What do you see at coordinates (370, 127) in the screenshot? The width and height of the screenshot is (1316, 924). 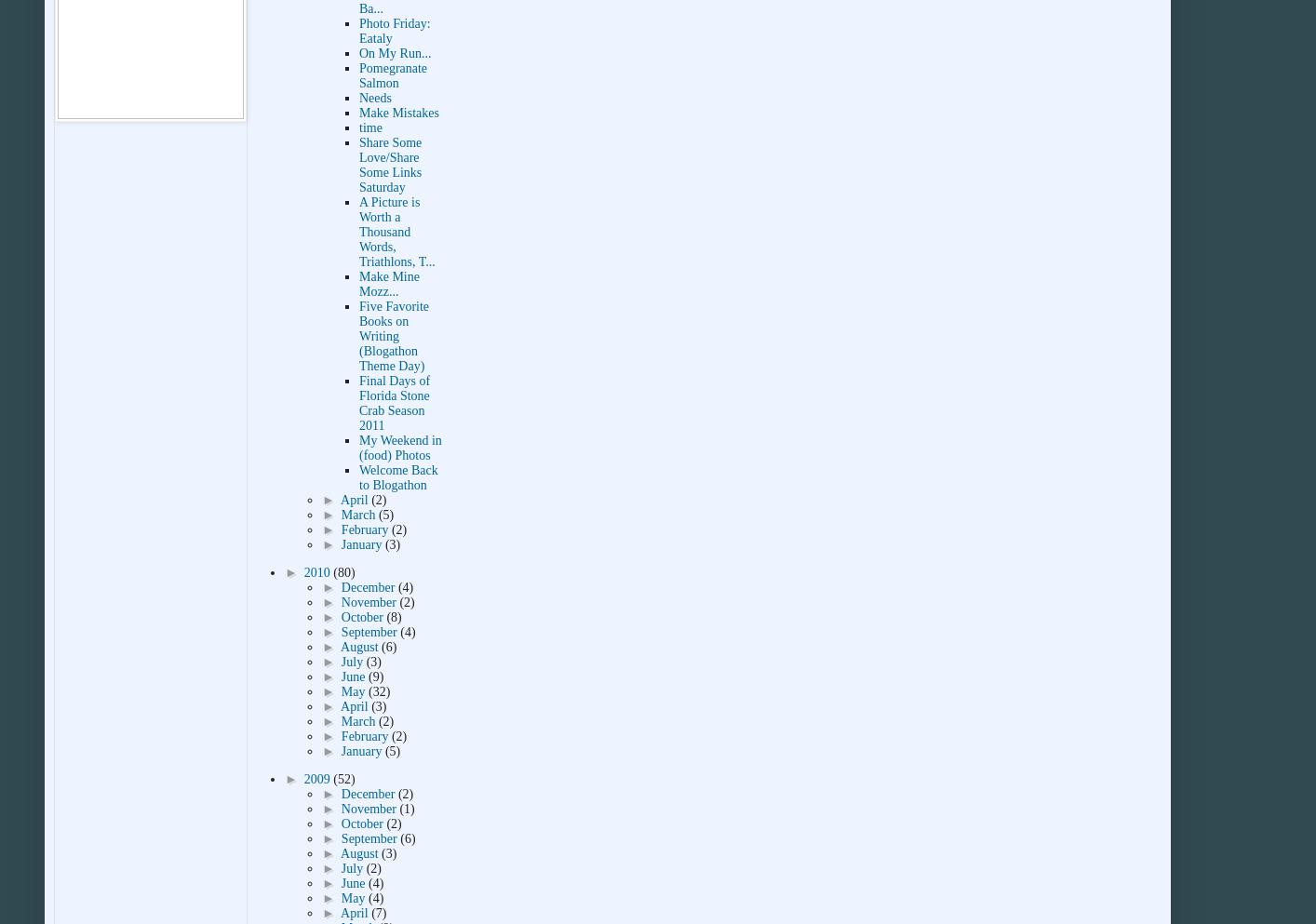 I see `'time'` at bounding box center [370, 127].